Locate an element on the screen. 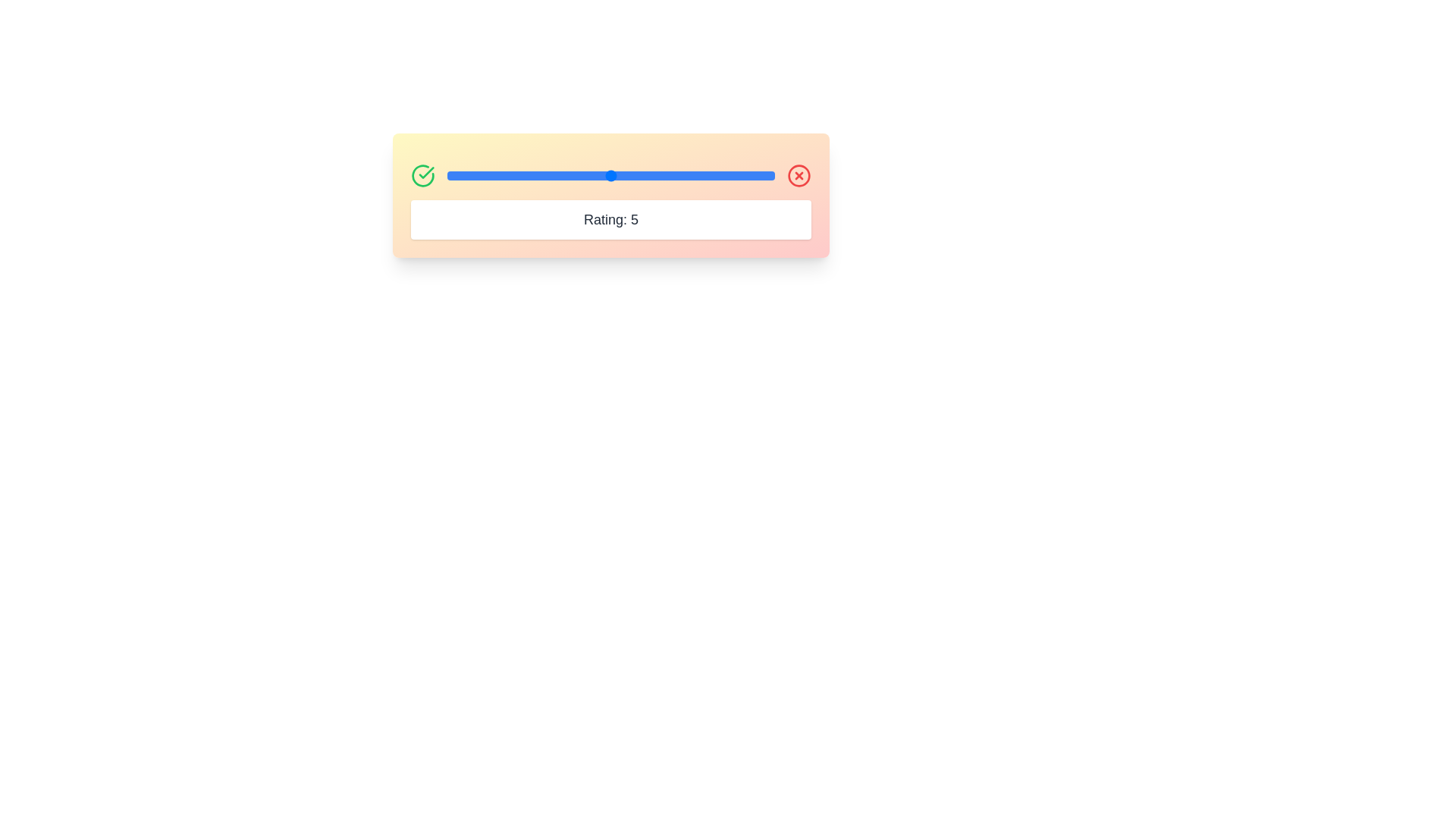 The image size is (1456, 819). the rating is located at coordinates (611, 174).